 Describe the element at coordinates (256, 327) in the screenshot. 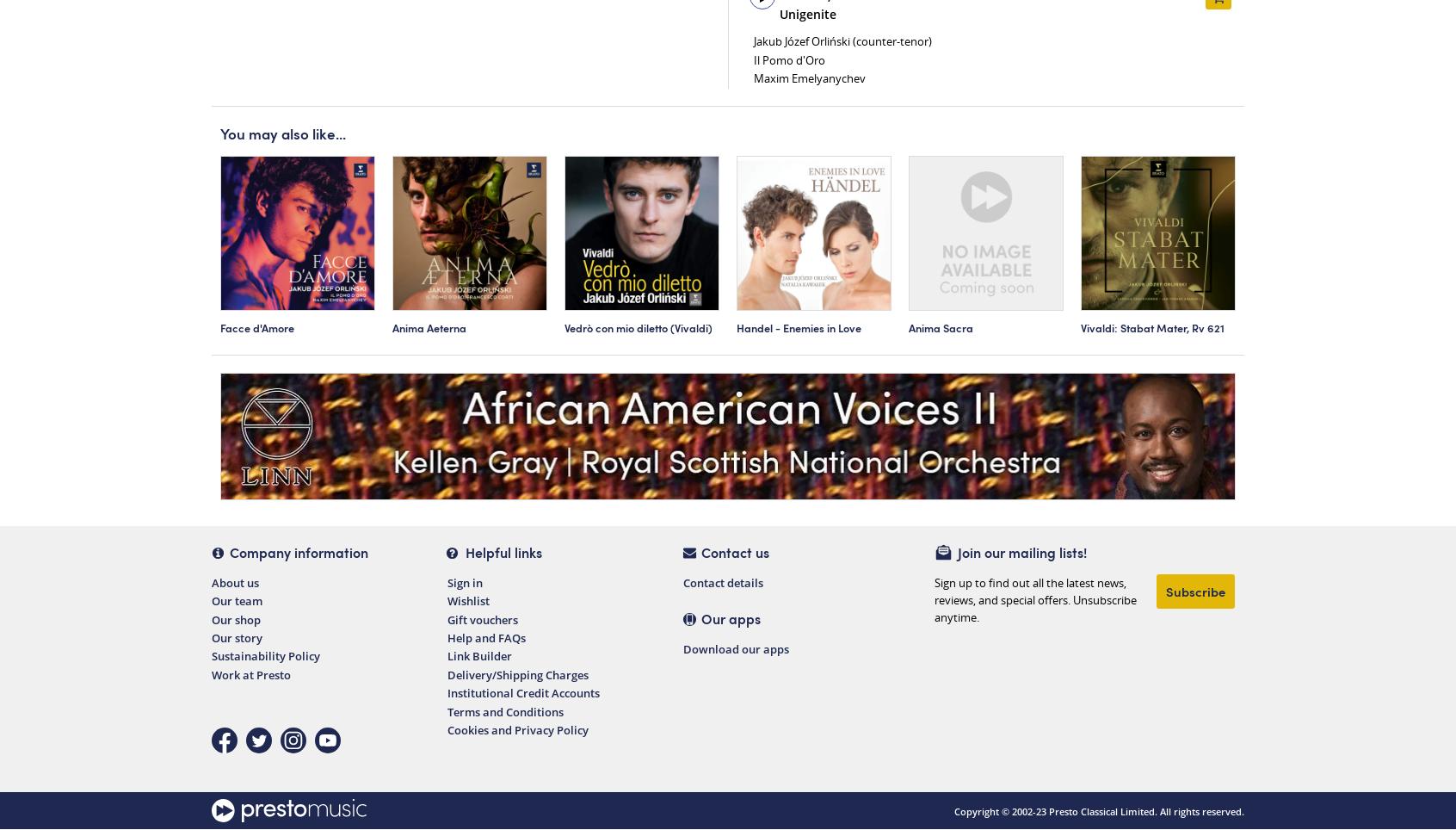

I see `'Facce d'Amore'` at that location.